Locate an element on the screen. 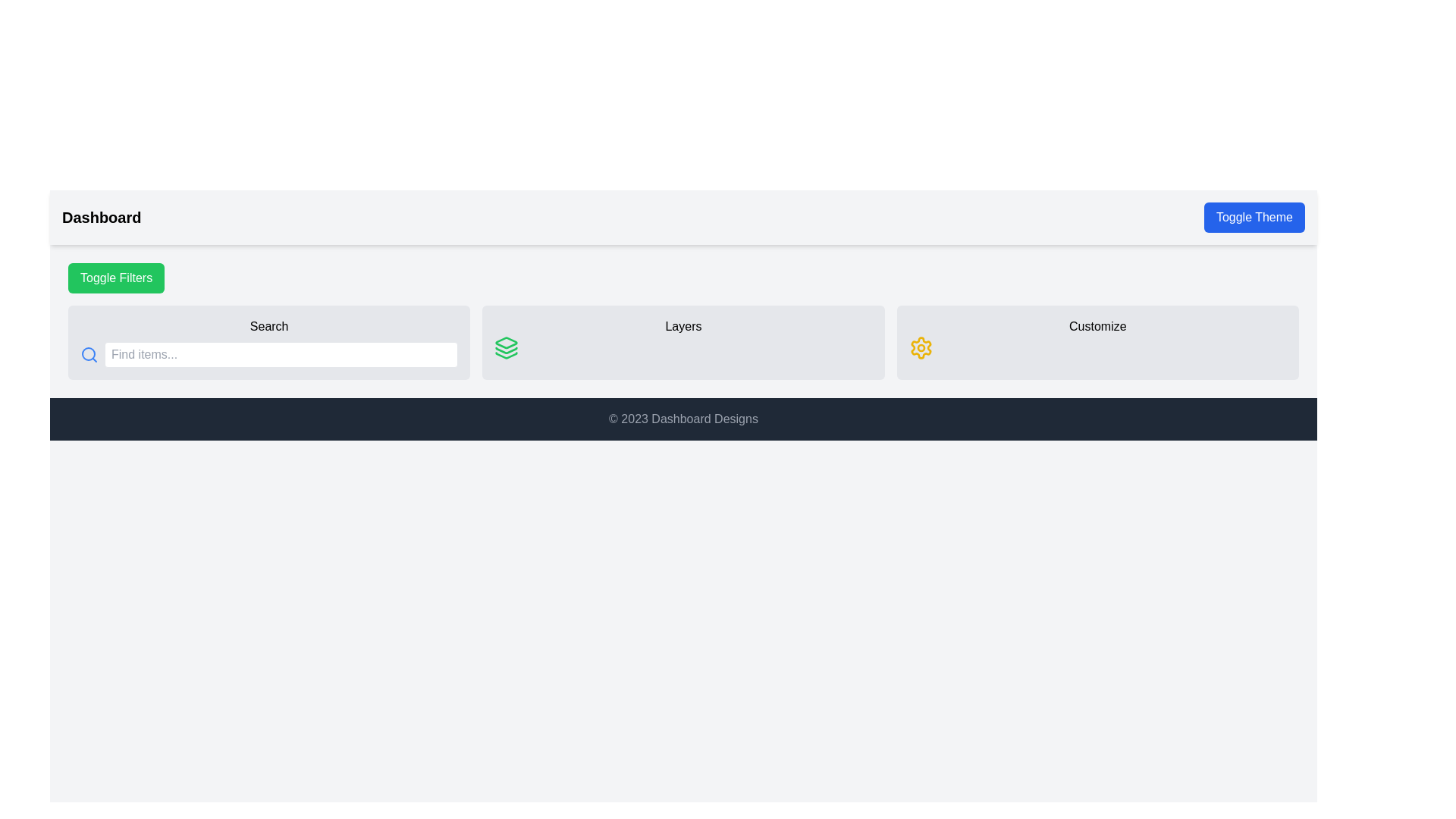 Image resolution: width=1456 pixels, height=819 pixels. the bright green button labeled 'Toggle Filters' is located at coordinates (115, 278).